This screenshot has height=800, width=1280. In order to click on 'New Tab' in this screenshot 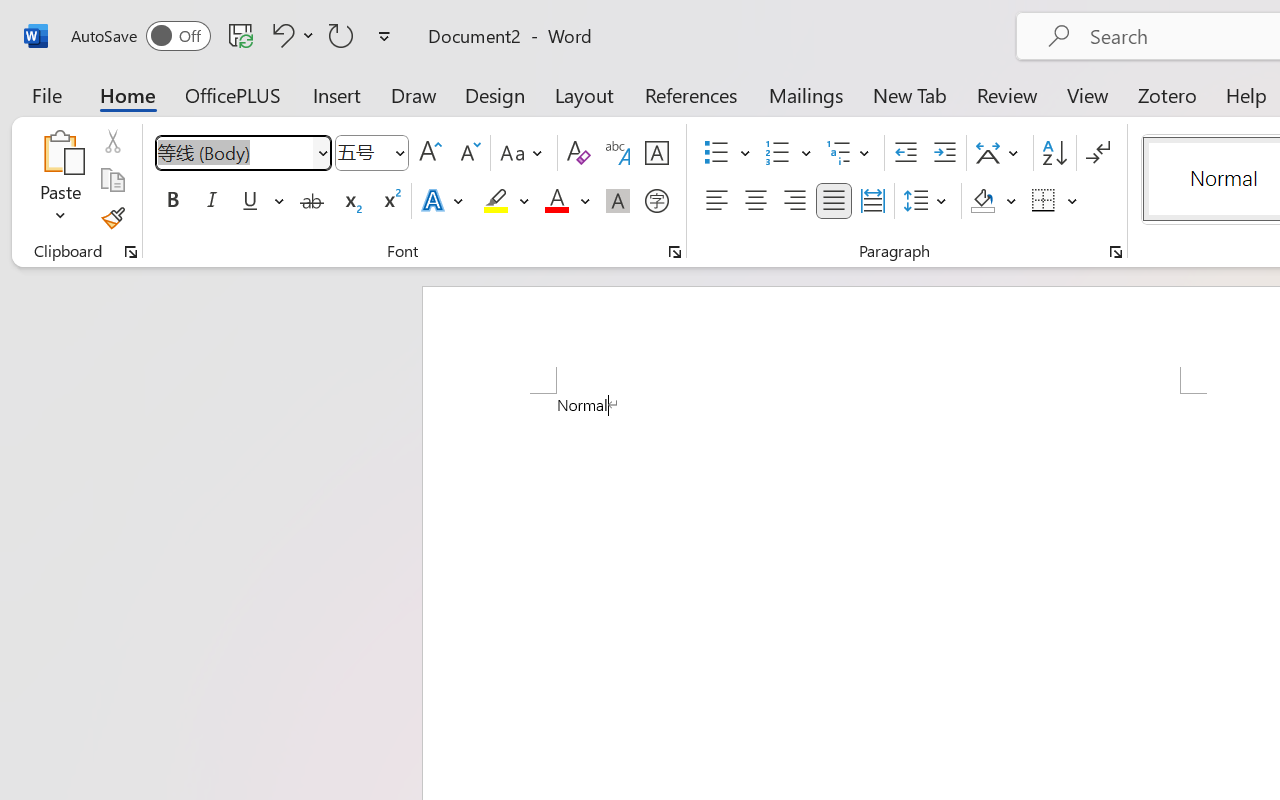, I will do `click(909, 94)`.